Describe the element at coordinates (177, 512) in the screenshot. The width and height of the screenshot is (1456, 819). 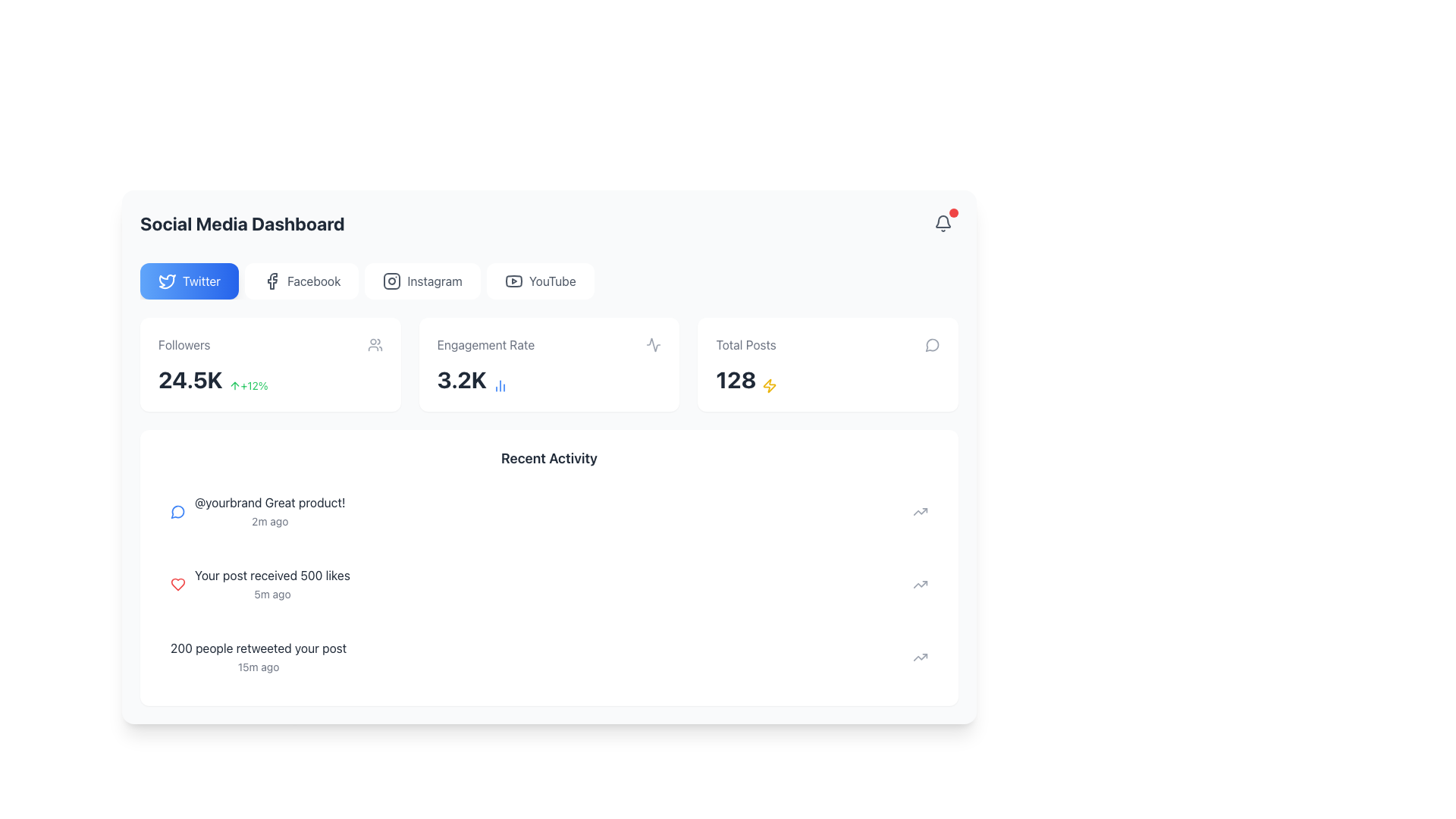
I see `the stylized circular speech bubble icon in the 'Recent Activity' section` at that location.